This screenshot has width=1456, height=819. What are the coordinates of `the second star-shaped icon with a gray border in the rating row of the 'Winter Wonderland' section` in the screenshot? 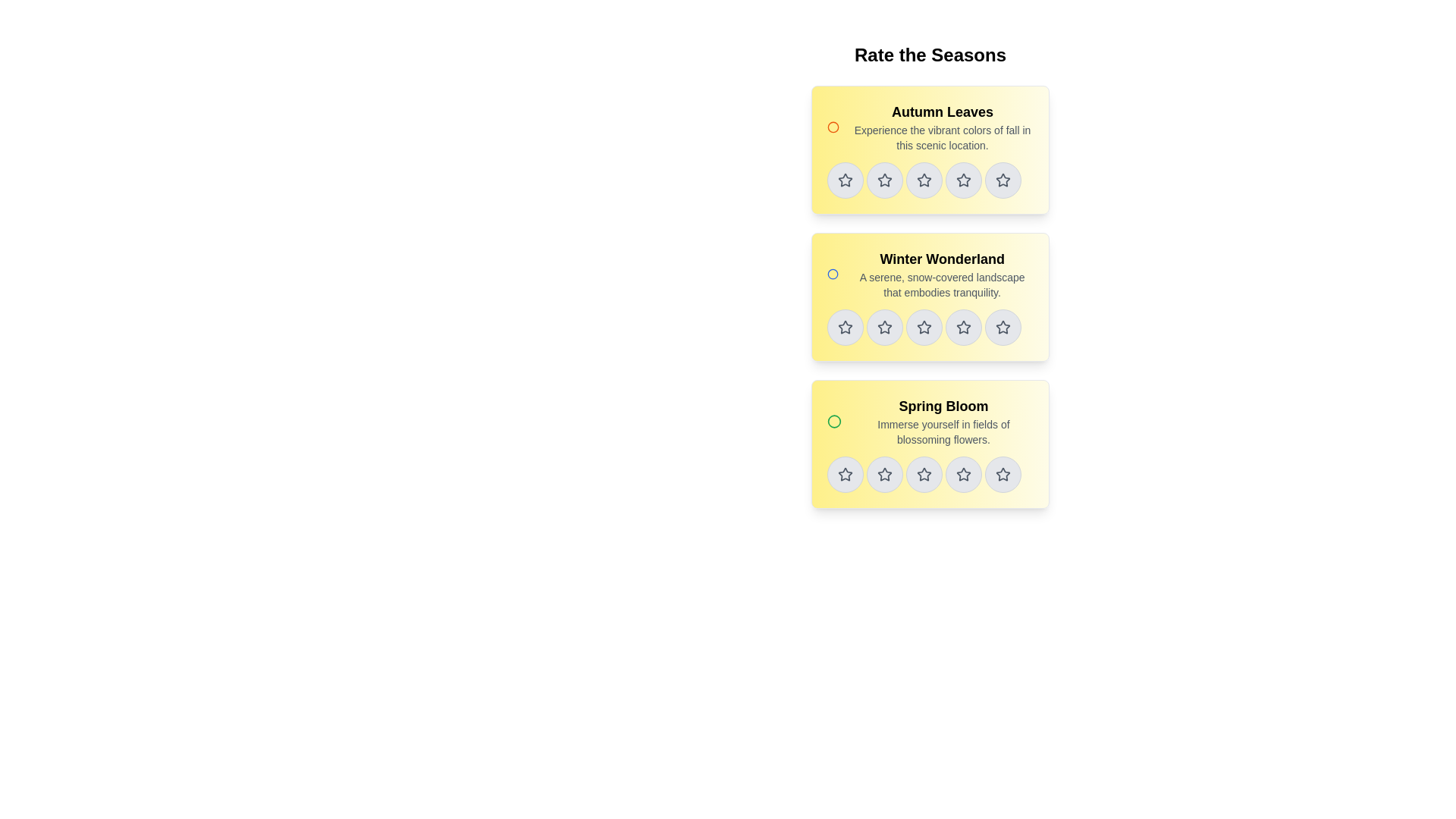 It's located at (844, 326).